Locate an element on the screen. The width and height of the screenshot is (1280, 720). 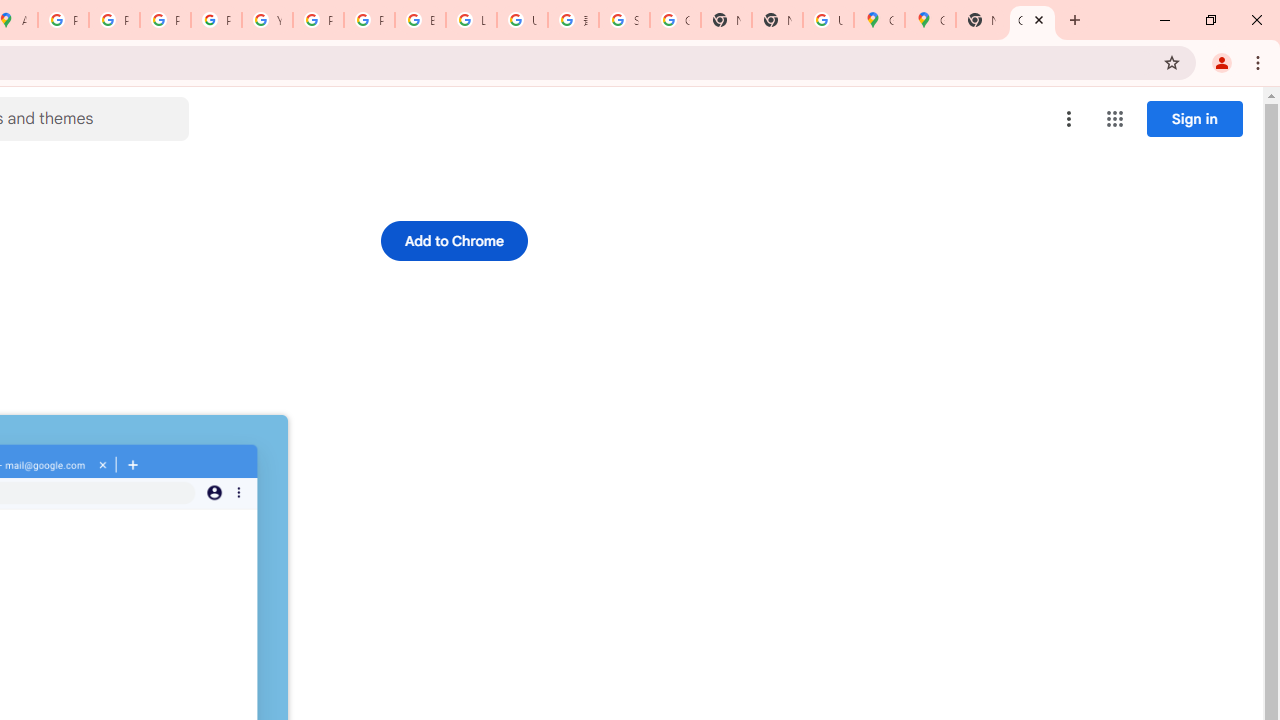
'Use Google Maps in Space - Google Maps Help' is located at coordinates (828, 20).